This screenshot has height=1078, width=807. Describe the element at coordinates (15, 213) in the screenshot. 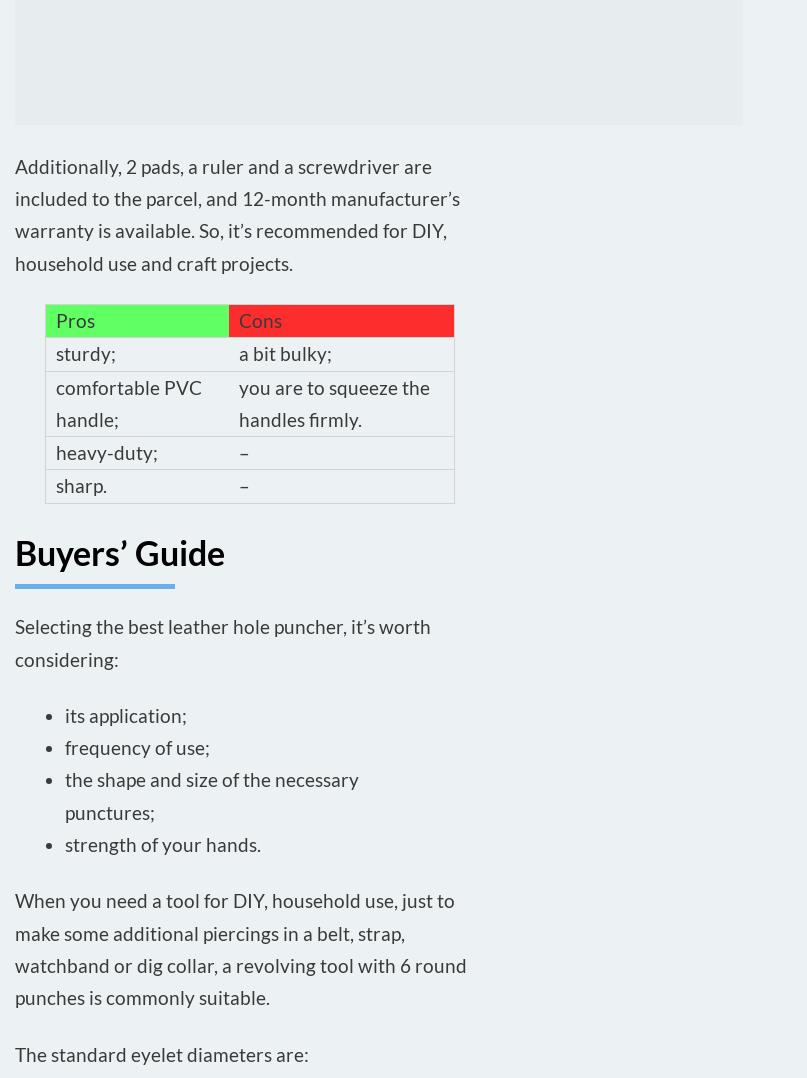

I see `'Additionally, 2 pads, a ruler and a screwdriver are included to the parcel, and 12-month manufacturer’s warranty is available. So, it’s recommended for DIY, household use and craft projects.'` at that location.